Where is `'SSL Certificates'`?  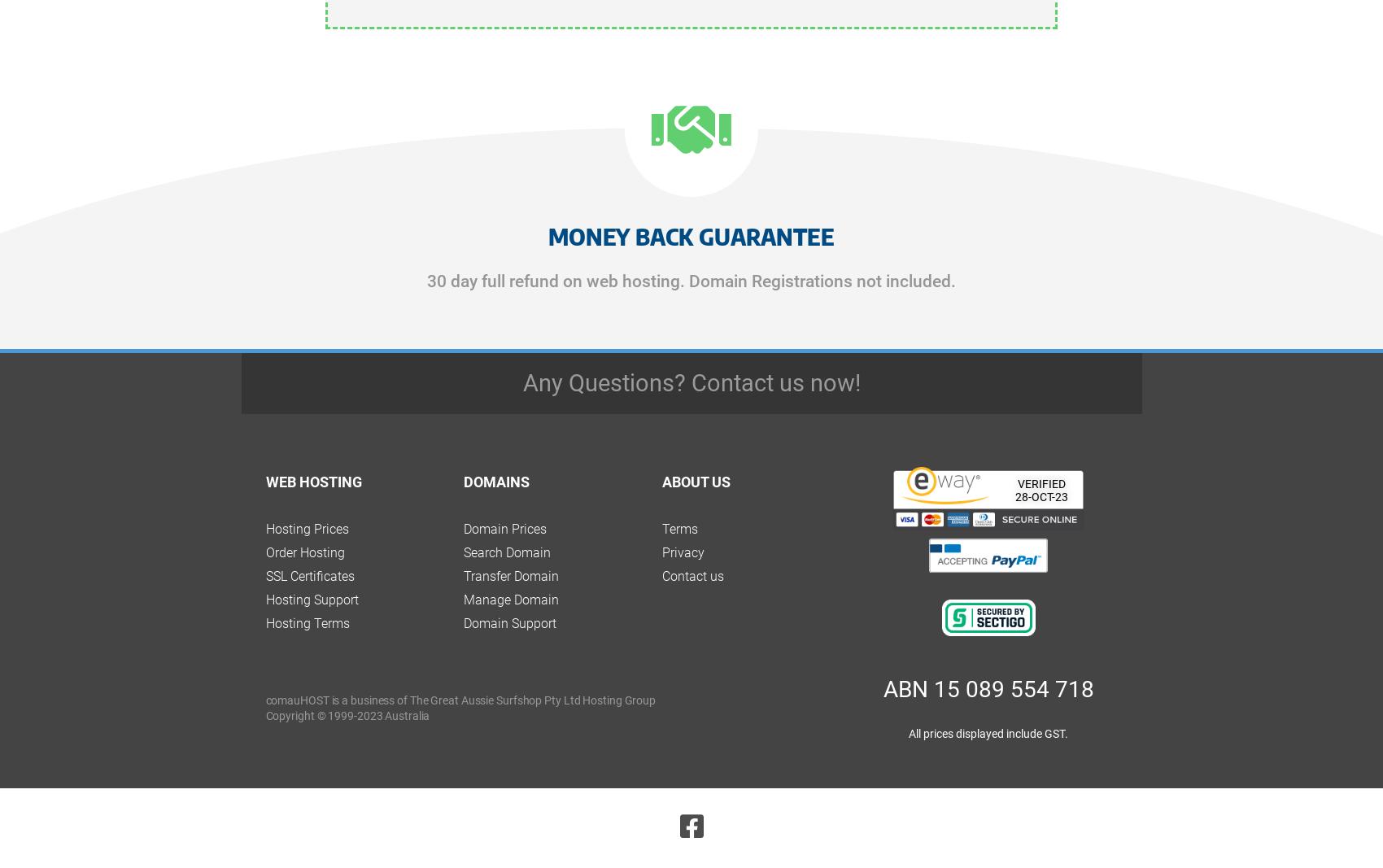
'SSL Certificates' is located at coordinates (308, 575).